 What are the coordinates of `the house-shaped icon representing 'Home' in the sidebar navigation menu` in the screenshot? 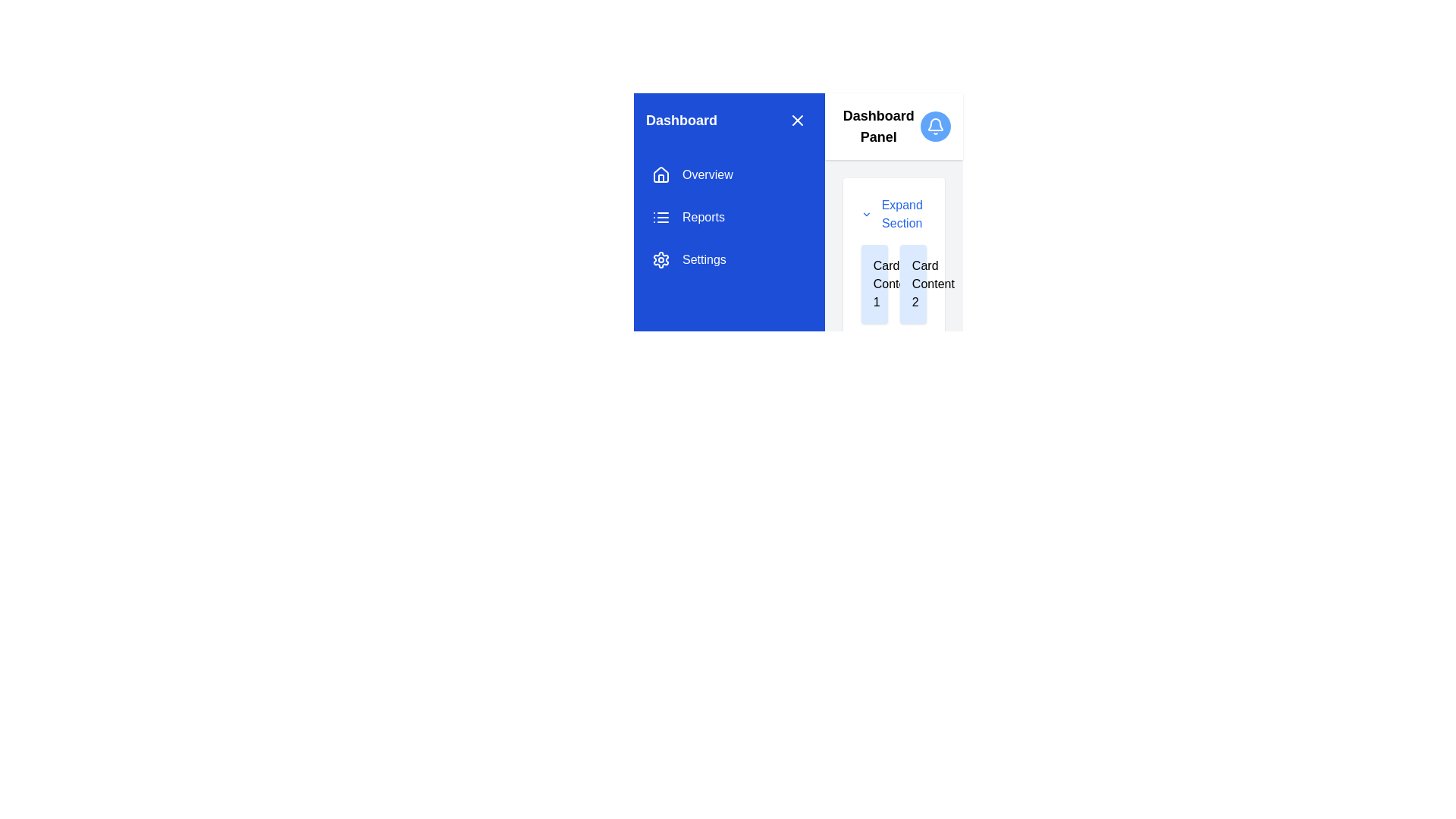 It's located at (661, 174).